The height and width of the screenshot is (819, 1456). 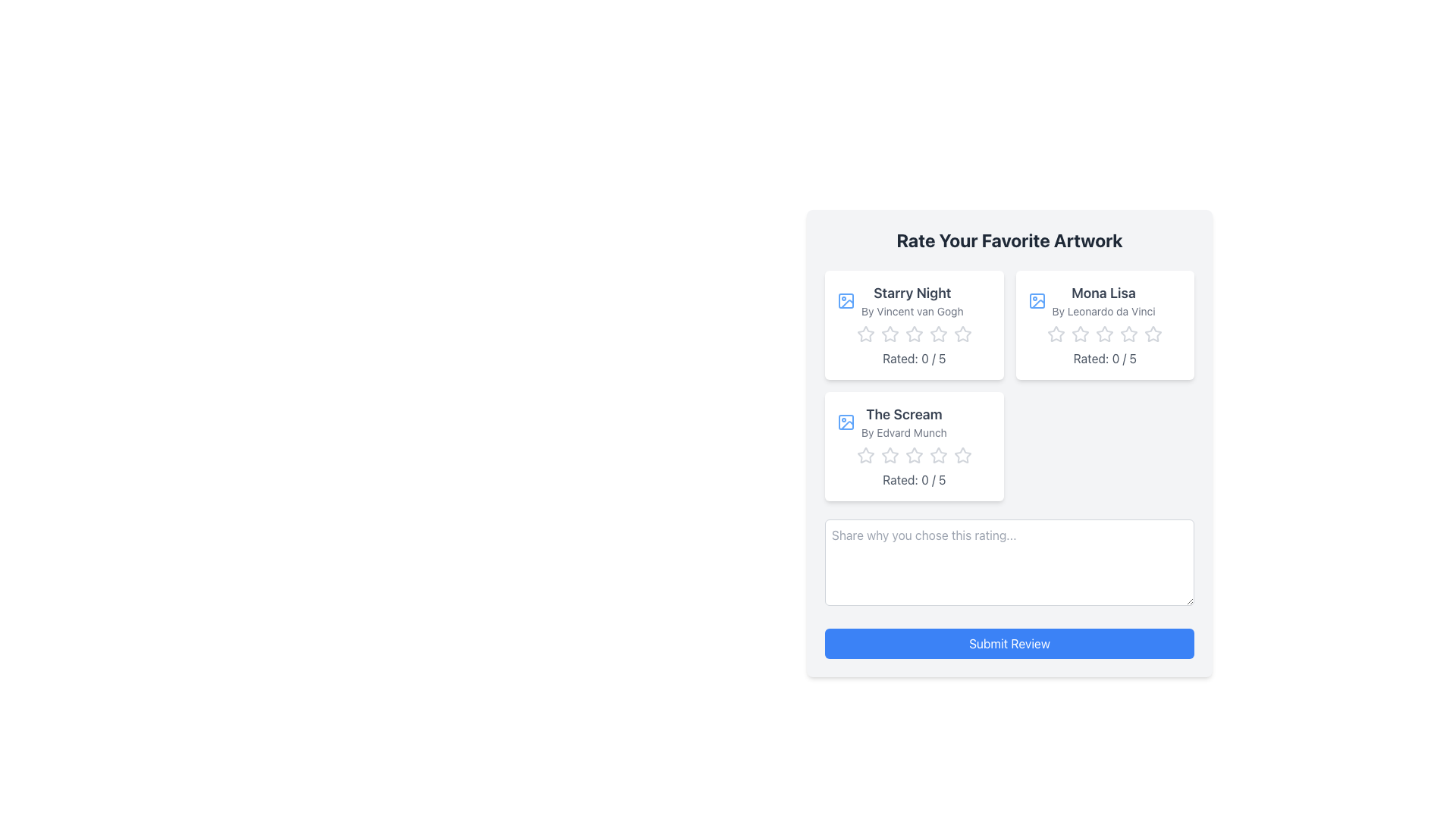 What do you see at coordinates (912, 301) in the screenshot?
I see `the text label displaying 'Starry Night' in bold, located in the left-top panel of the grid layout` at bounding box center [912, 301].